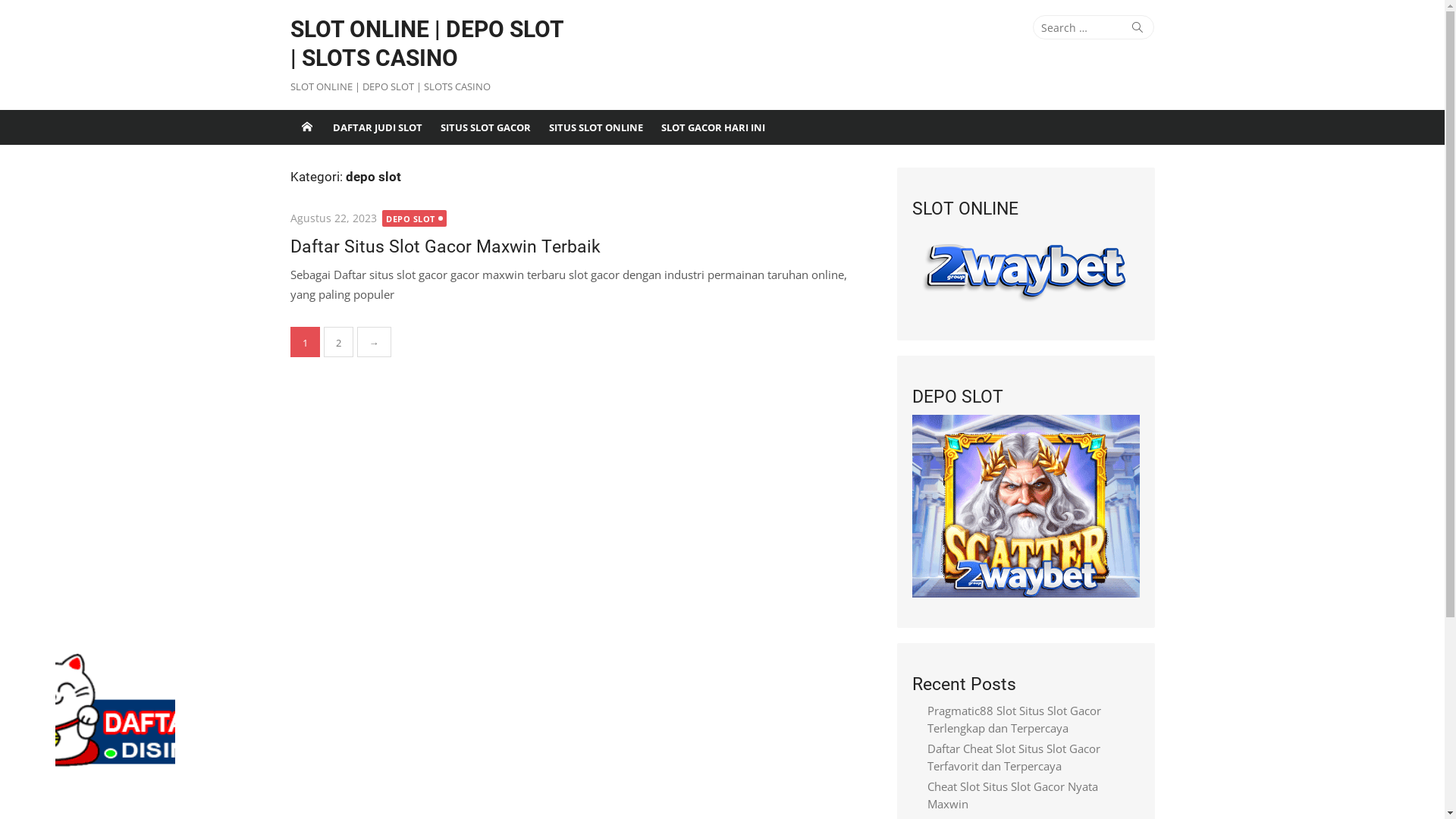 This screenshot has height=819, width=1456. What do you see at coordinates (331, 218) in the screenshot?
I see `'Agustus 22, 2023'` at bounding box center [331, 218].